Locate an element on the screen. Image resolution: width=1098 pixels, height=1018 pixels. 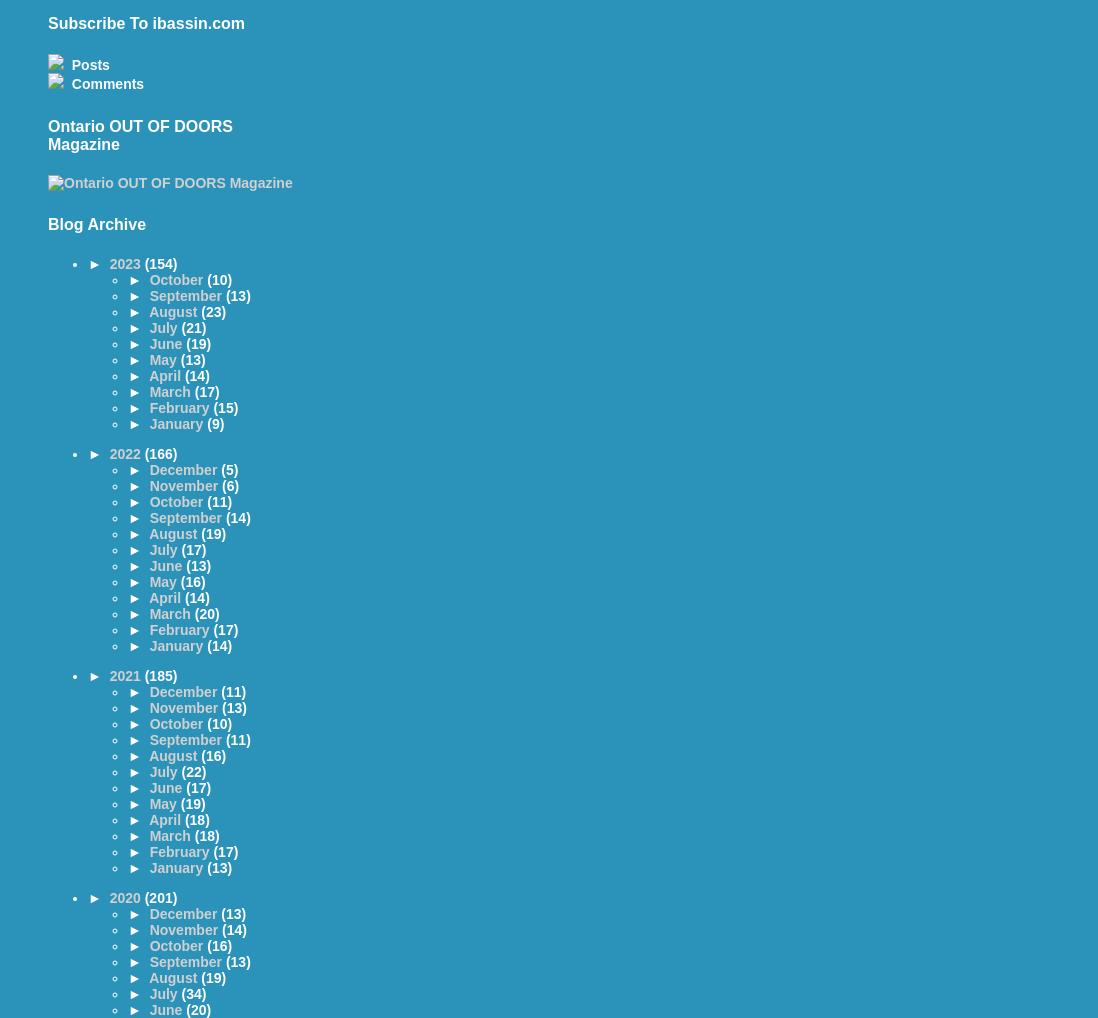
'(23)' is located at coordinates (212, 311).